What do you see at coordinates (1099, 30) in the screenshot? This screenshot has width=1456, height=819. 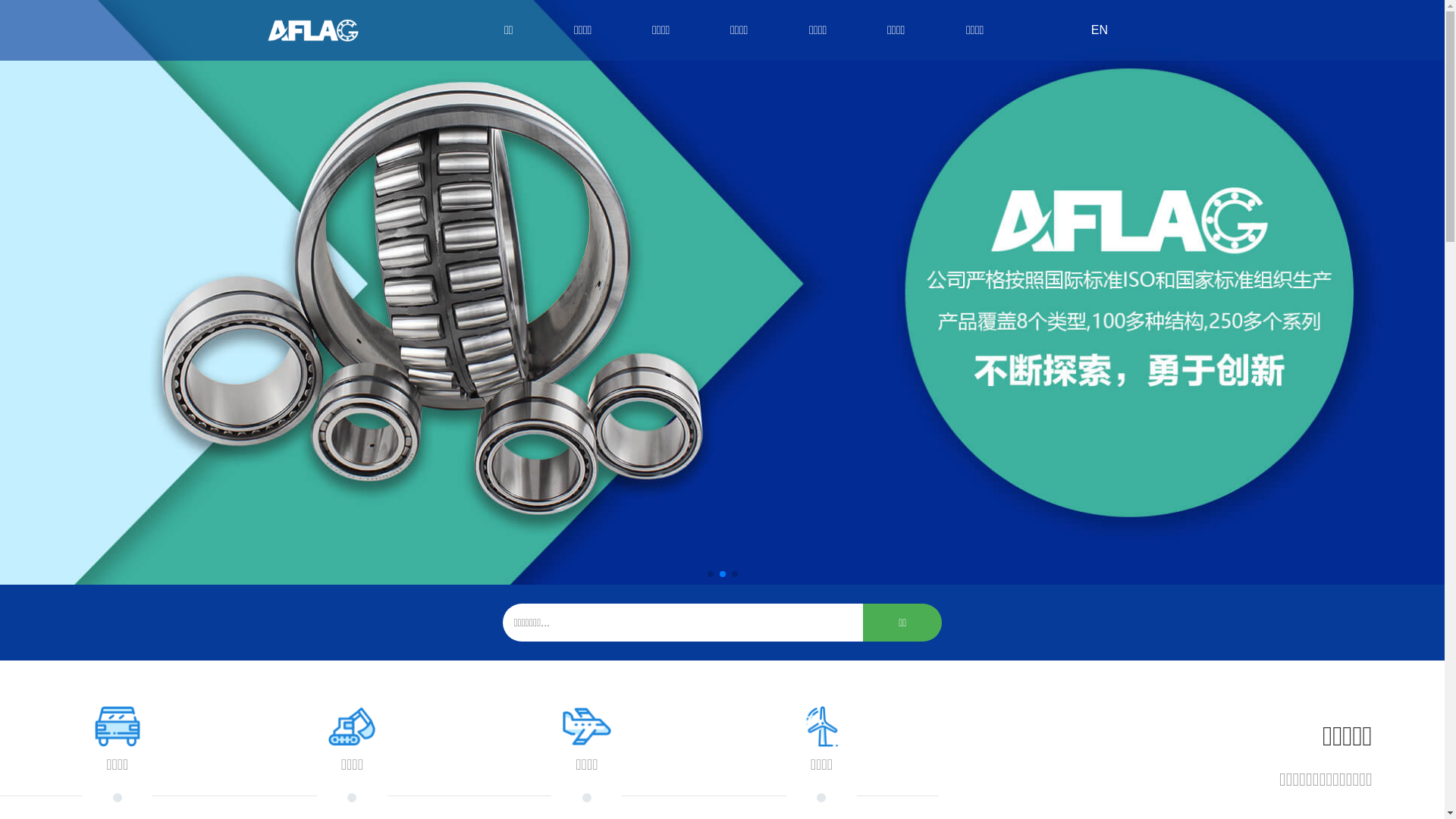 I see `'EN'` at bounding box center [1099, 30].